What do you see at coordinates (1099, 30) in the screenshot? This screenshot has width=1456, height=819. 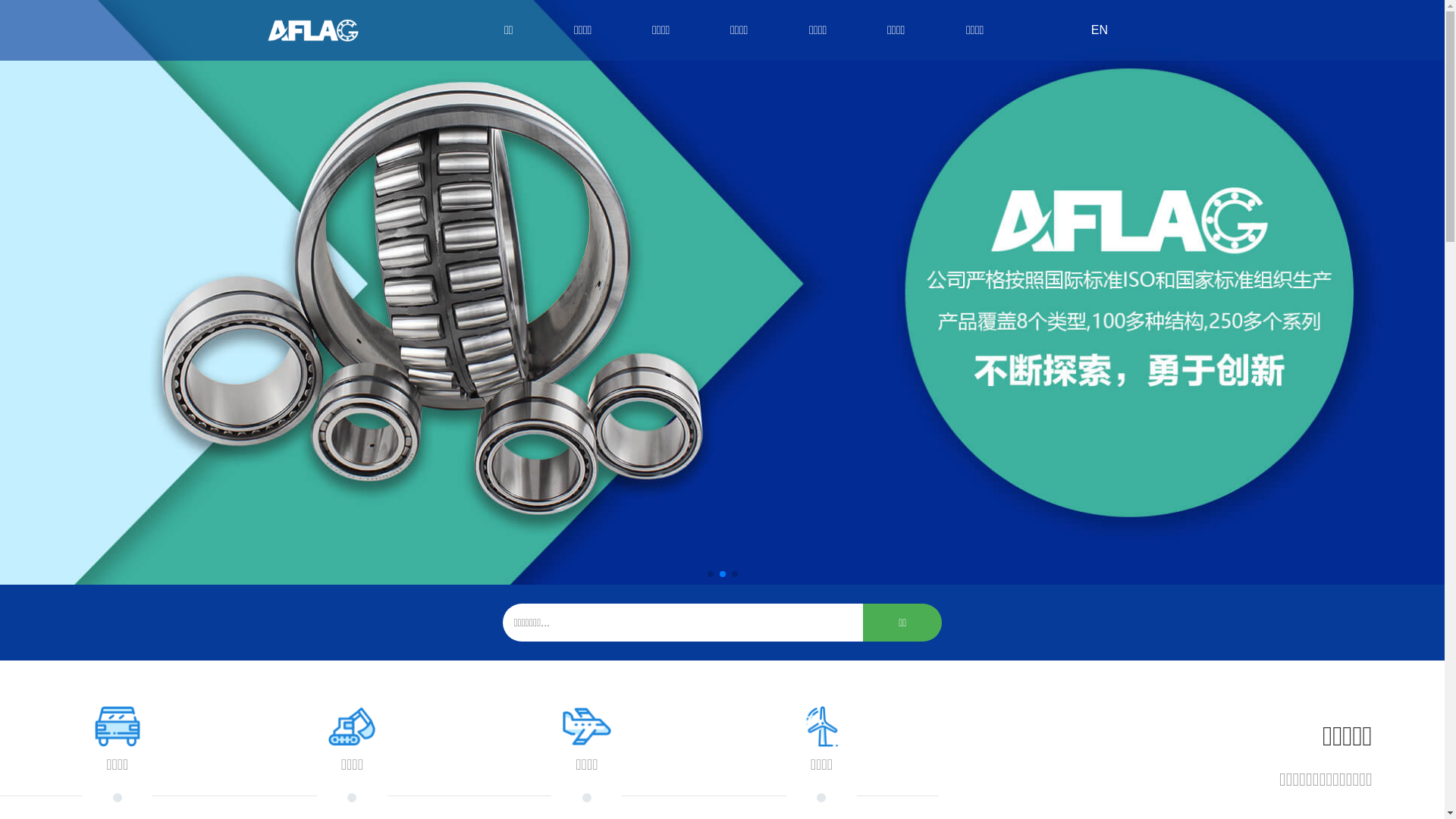 I see `'EN'` at bounding box center [1099, 30].